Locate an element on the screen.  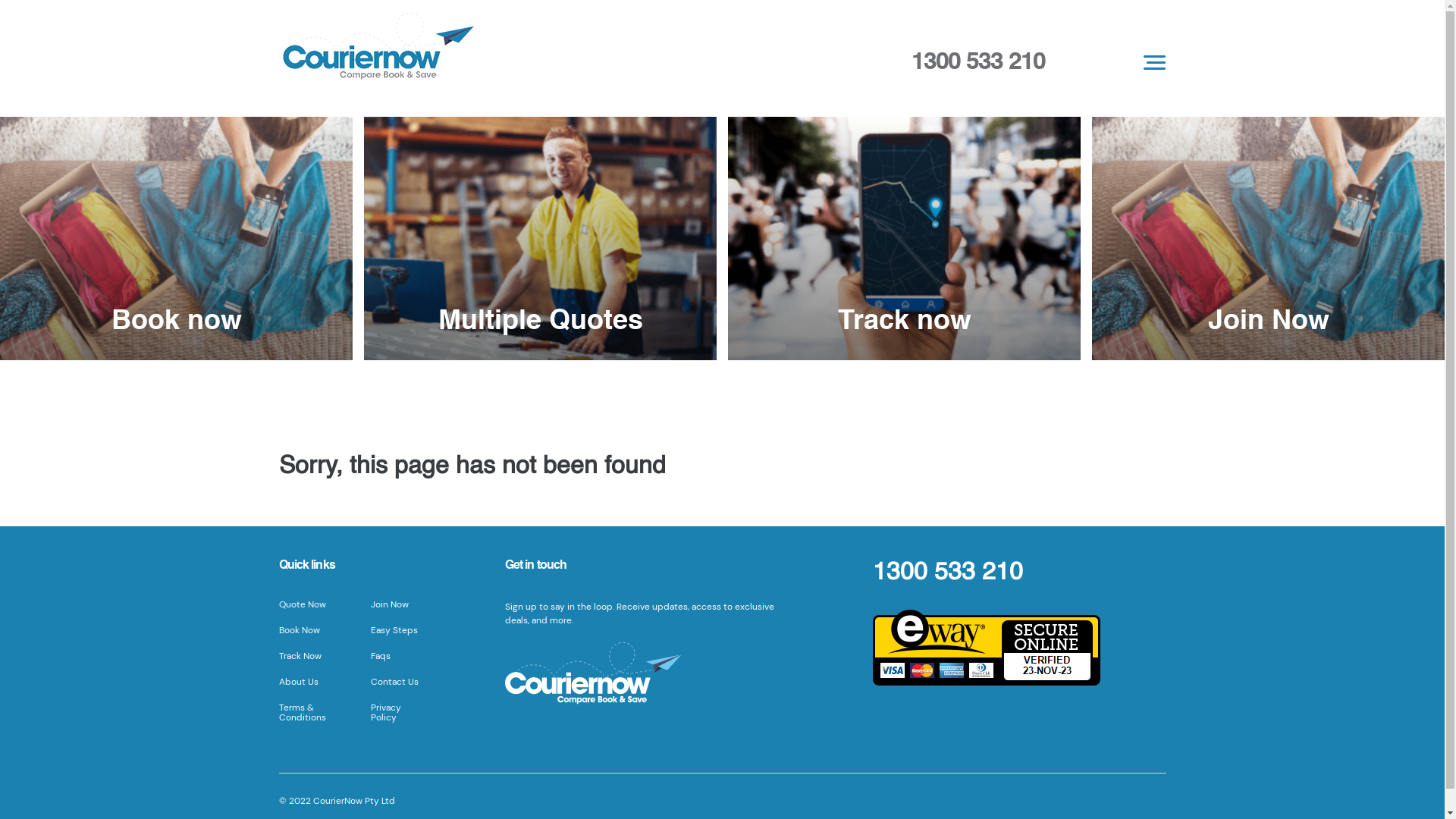
'Book Now' is located at coordinates (279, 629).